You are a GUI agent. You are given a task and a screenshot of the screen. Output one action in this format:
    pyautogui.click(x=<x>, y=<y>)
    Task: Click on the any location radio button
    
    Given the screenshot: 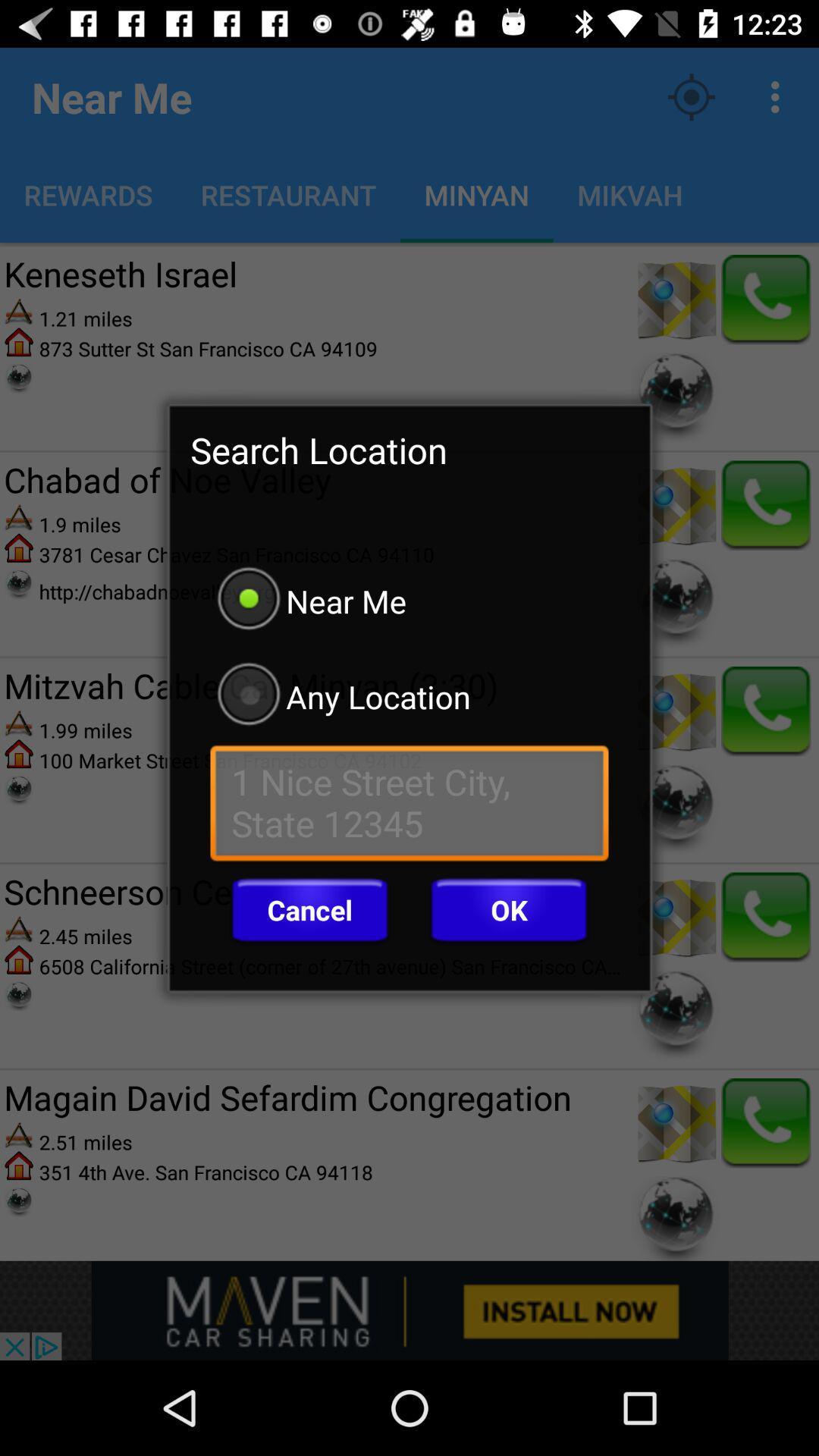 What is the action you would take?
    pyautogui.click(x=409, y=695)
    